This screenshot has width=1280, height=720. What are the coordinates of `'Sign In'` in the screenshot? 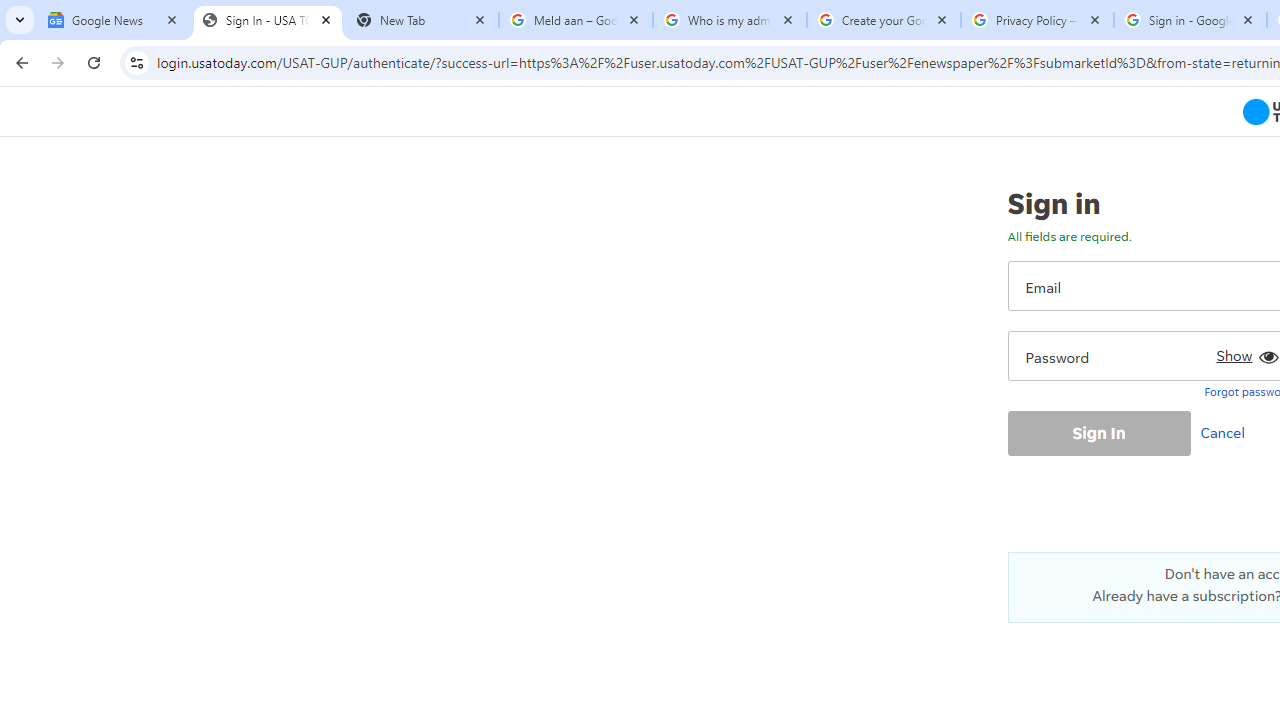 It's located at (1097, 431).